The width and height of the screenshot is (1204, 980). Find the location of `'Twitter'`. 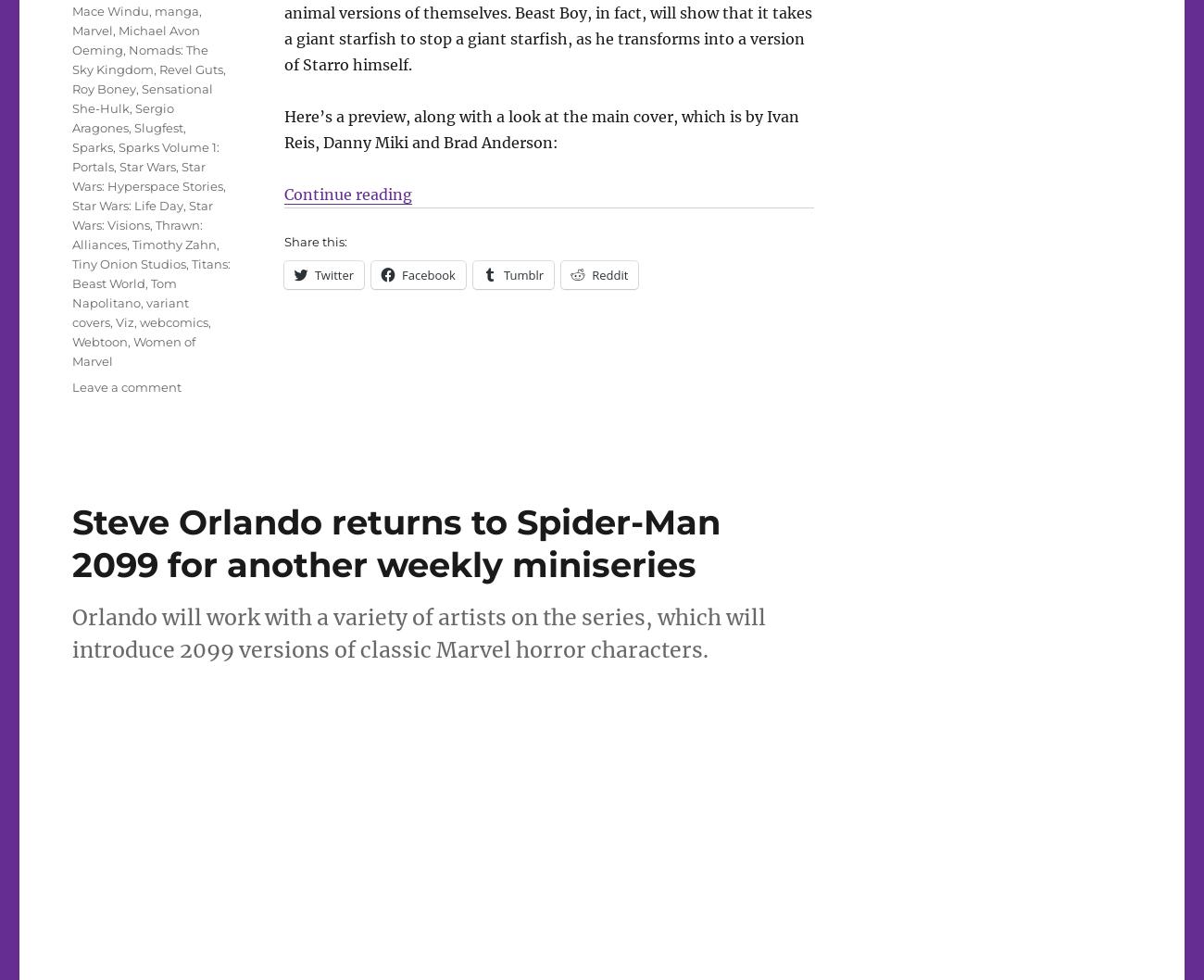

'Twitter' is located at coordinates (332, 273).